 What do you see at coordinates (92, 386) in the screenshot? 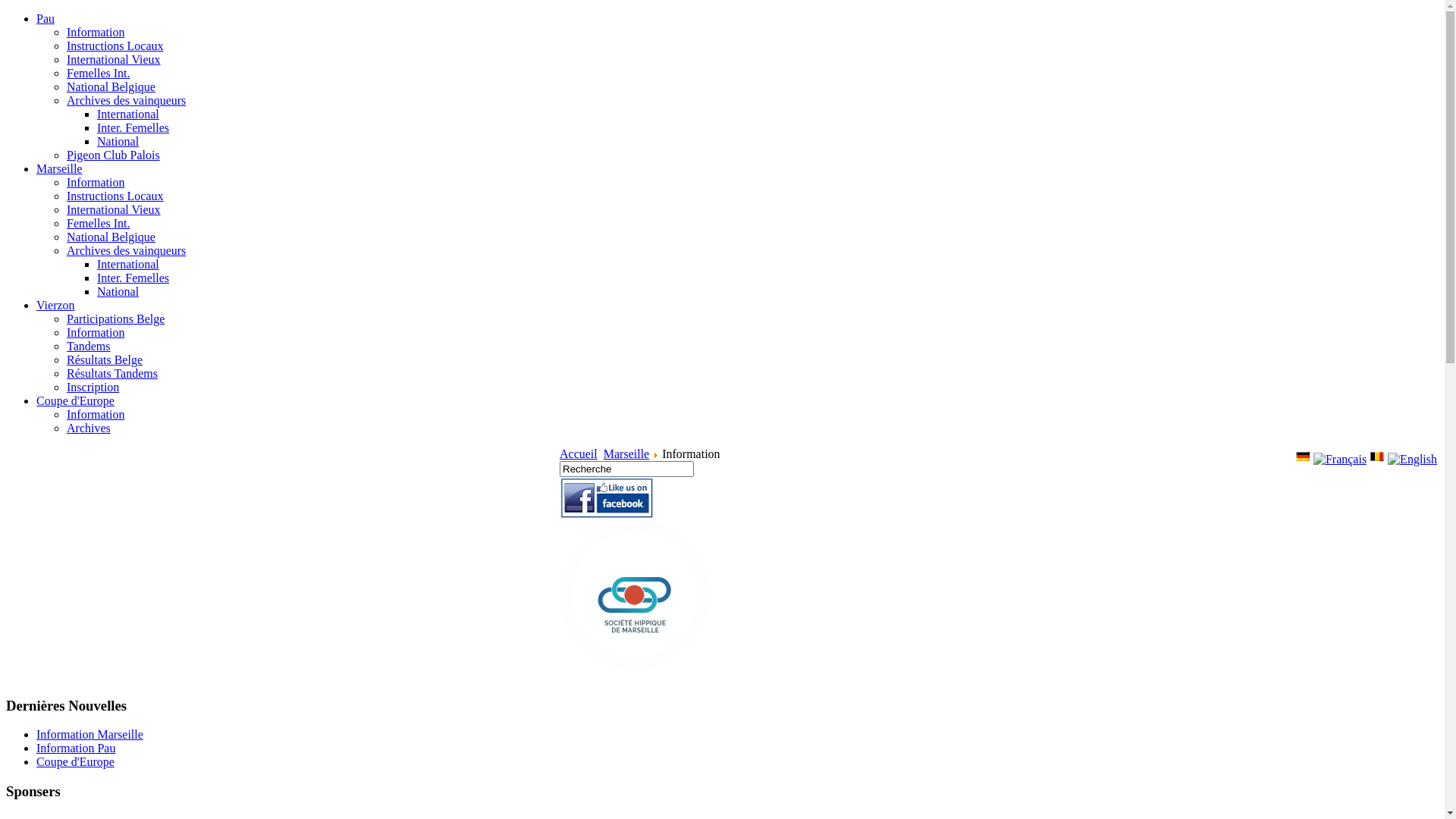
I see `'Inscription'` at bounding box center [92, 386].